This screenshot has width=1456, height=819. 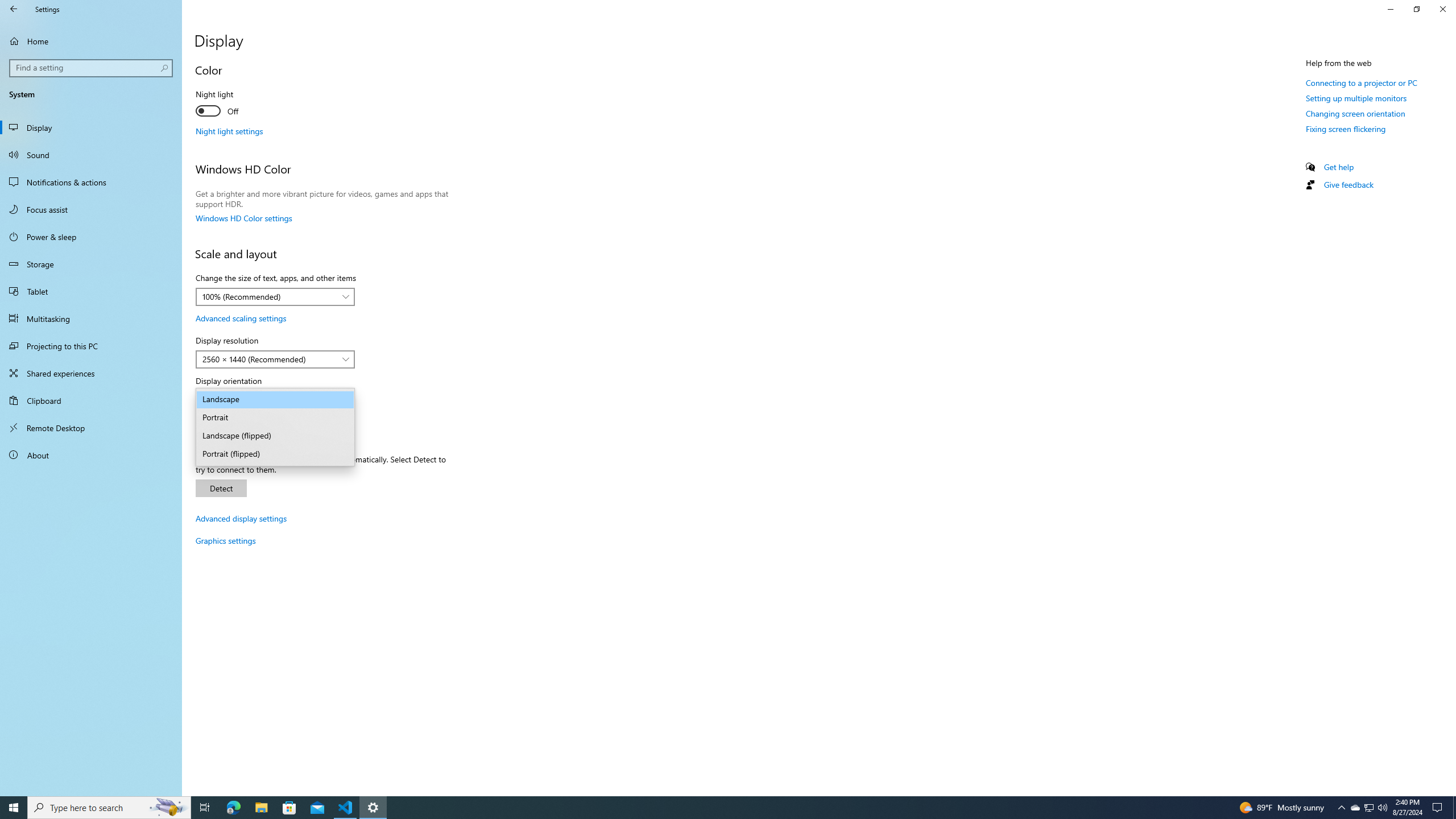 I want to click on 'Home', so click(x=90, y=41).